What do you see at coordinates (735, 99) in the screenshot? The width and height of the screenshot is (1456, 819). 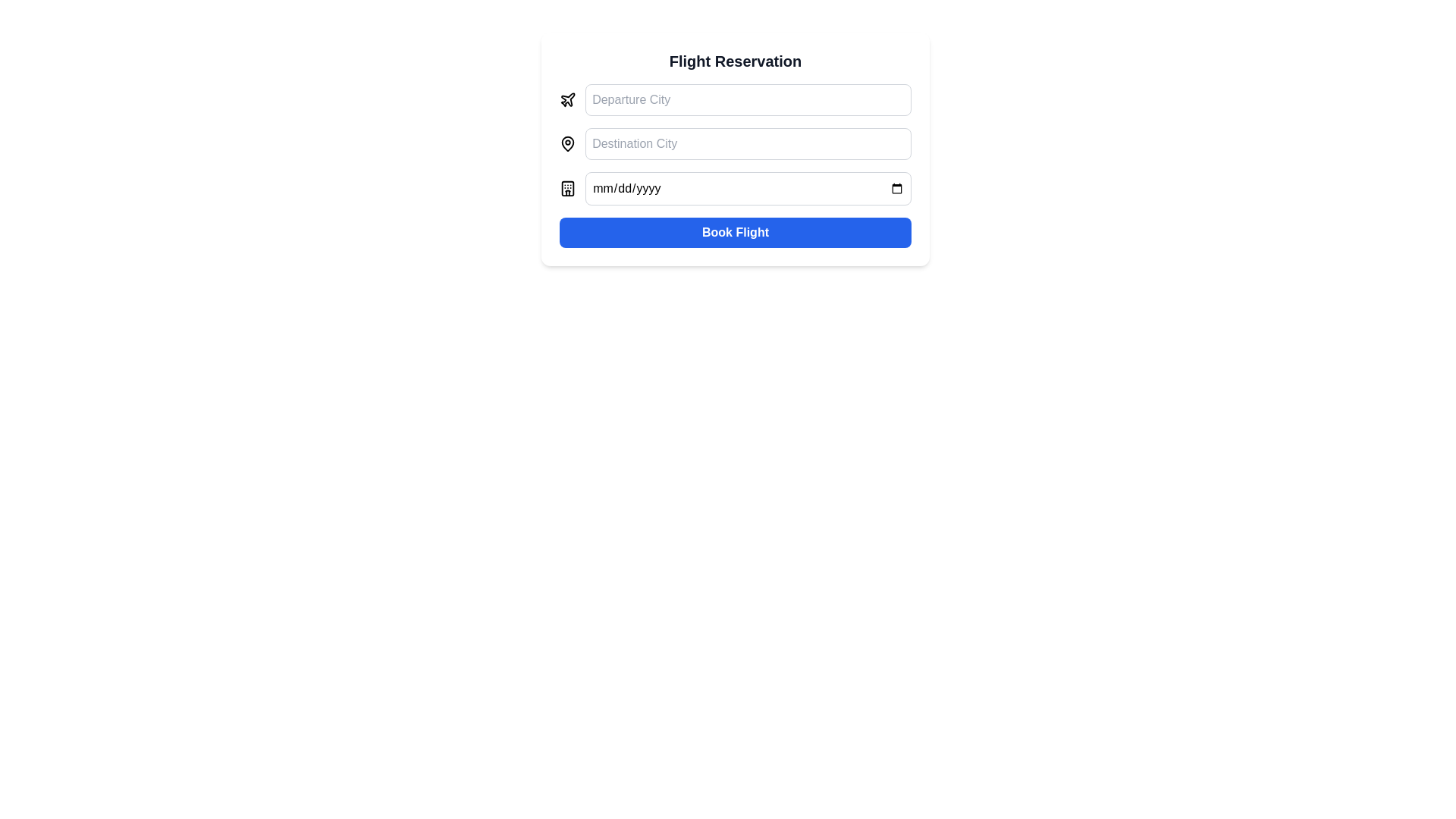 I see `the departure city input field, which is the first input in the flight reservation form, to focus on it` at bounding box center [735, 99].